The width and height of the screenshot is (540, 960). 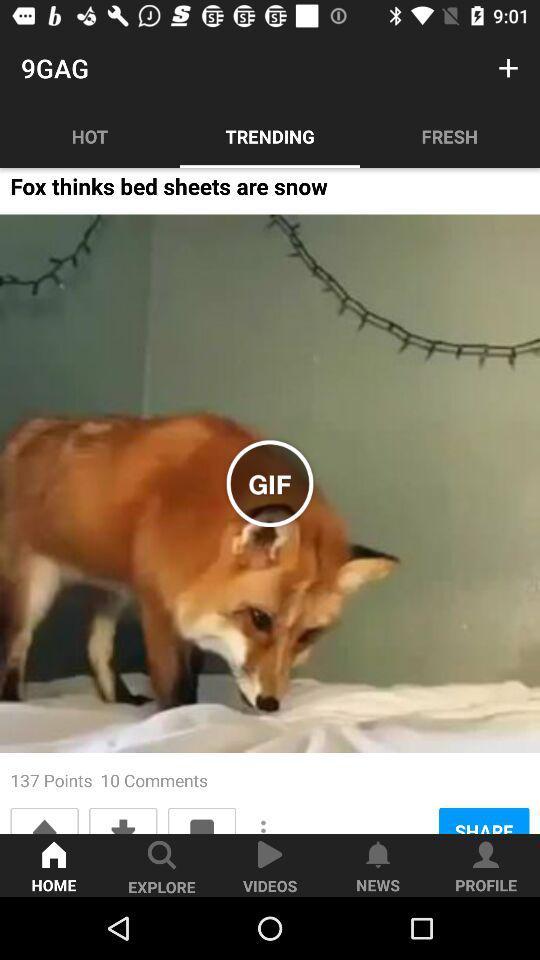 What do you see at coordinates (483, 820) in the screenshot?
I see `the share icon` at bounding box center [483, 820].